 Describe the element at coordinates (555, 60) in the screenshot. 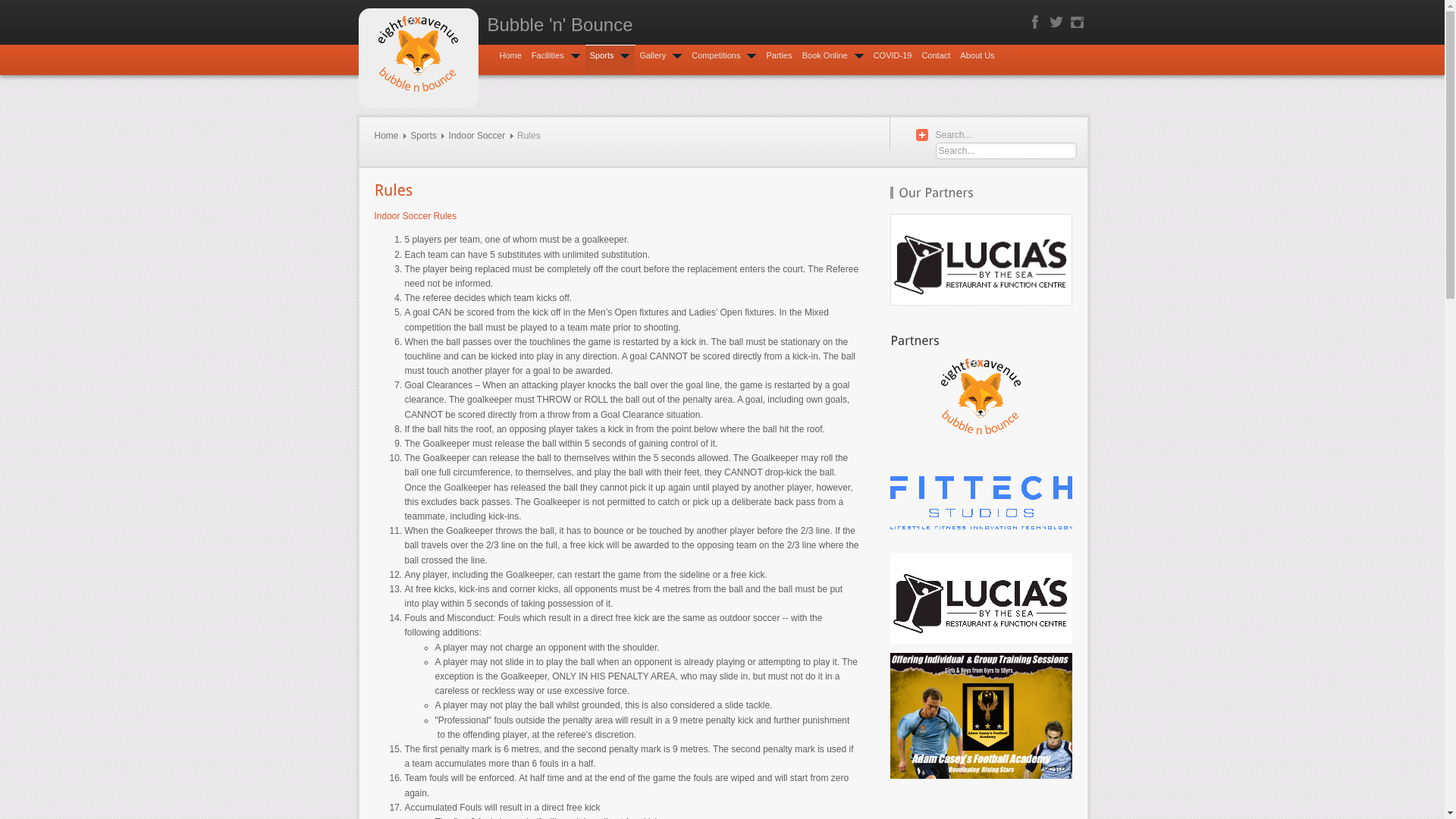

I see `'Facilities'` at that location.